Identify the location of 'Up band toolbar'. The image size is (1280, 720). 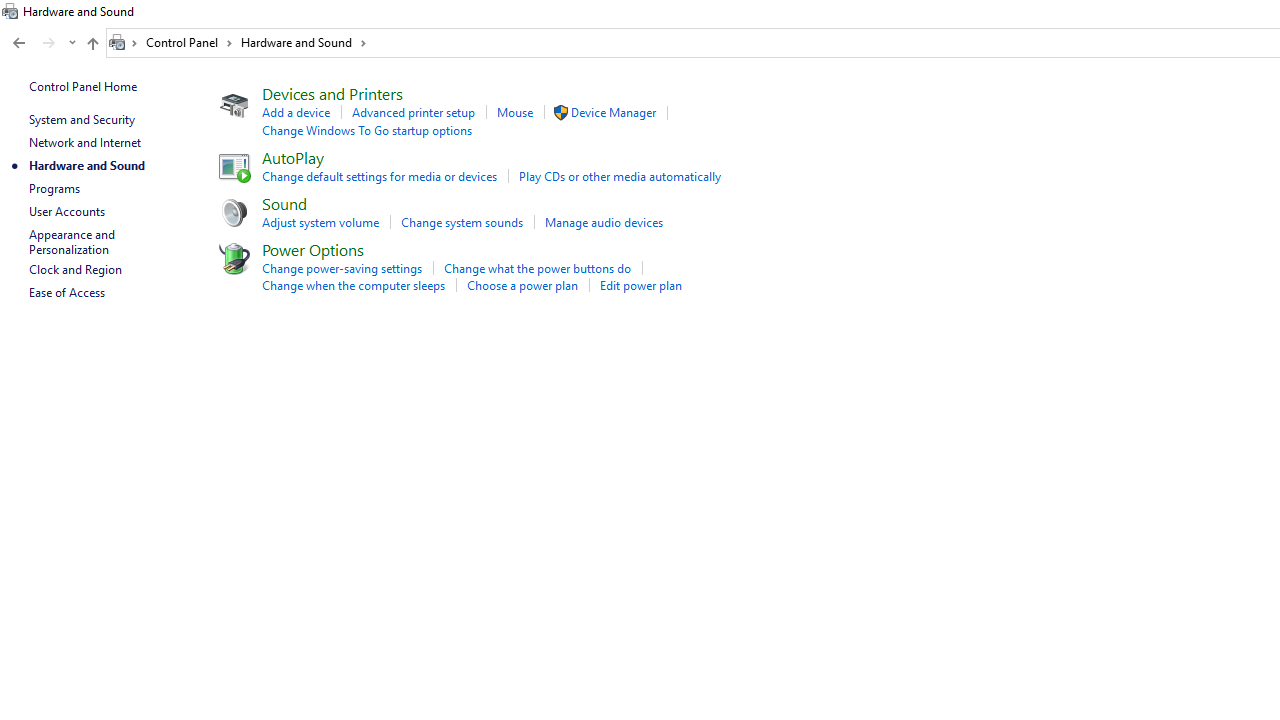
(91, 45).